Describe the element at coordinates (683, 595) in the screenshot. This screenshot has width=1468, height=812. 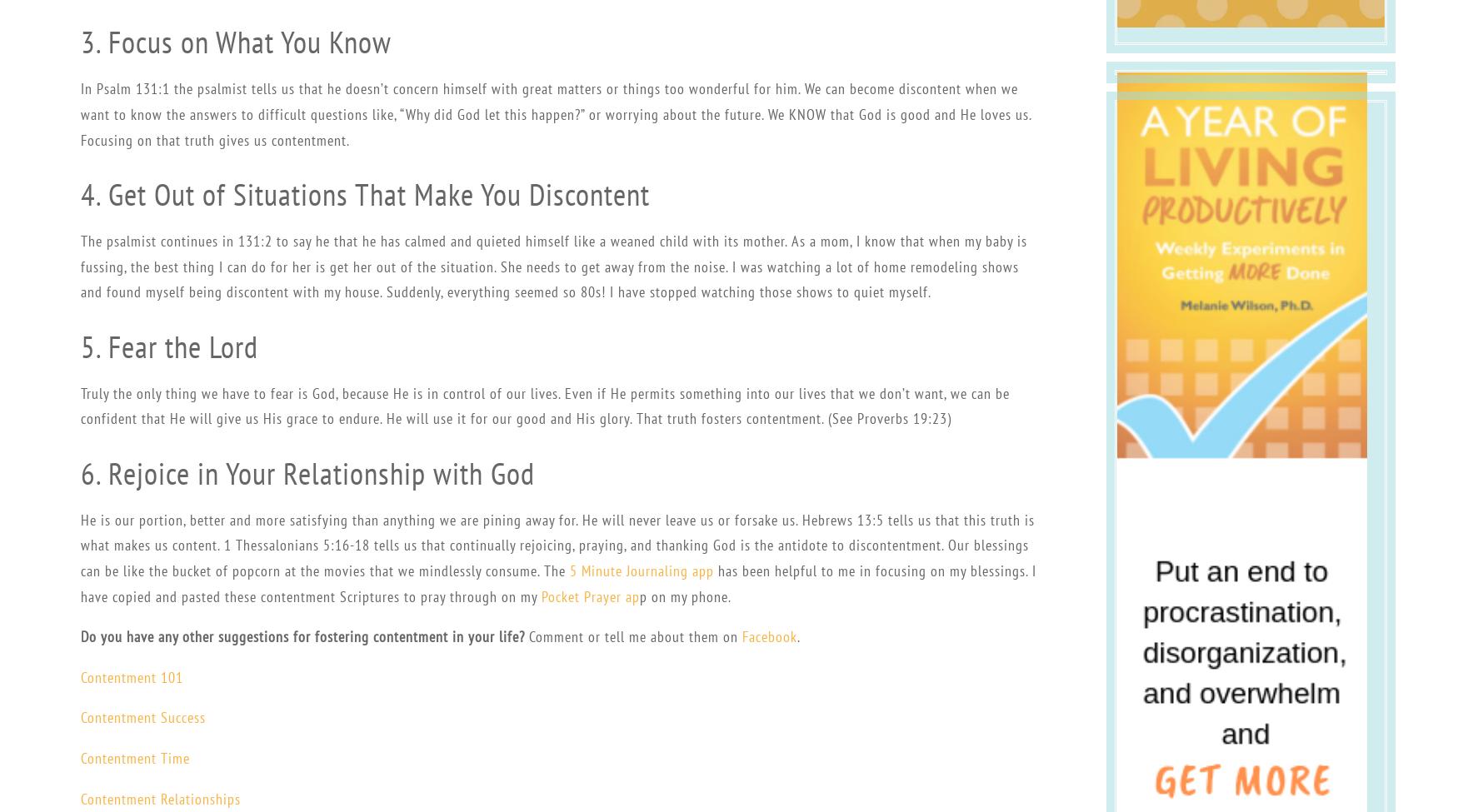
I see `'p on my phone.'` at that location.